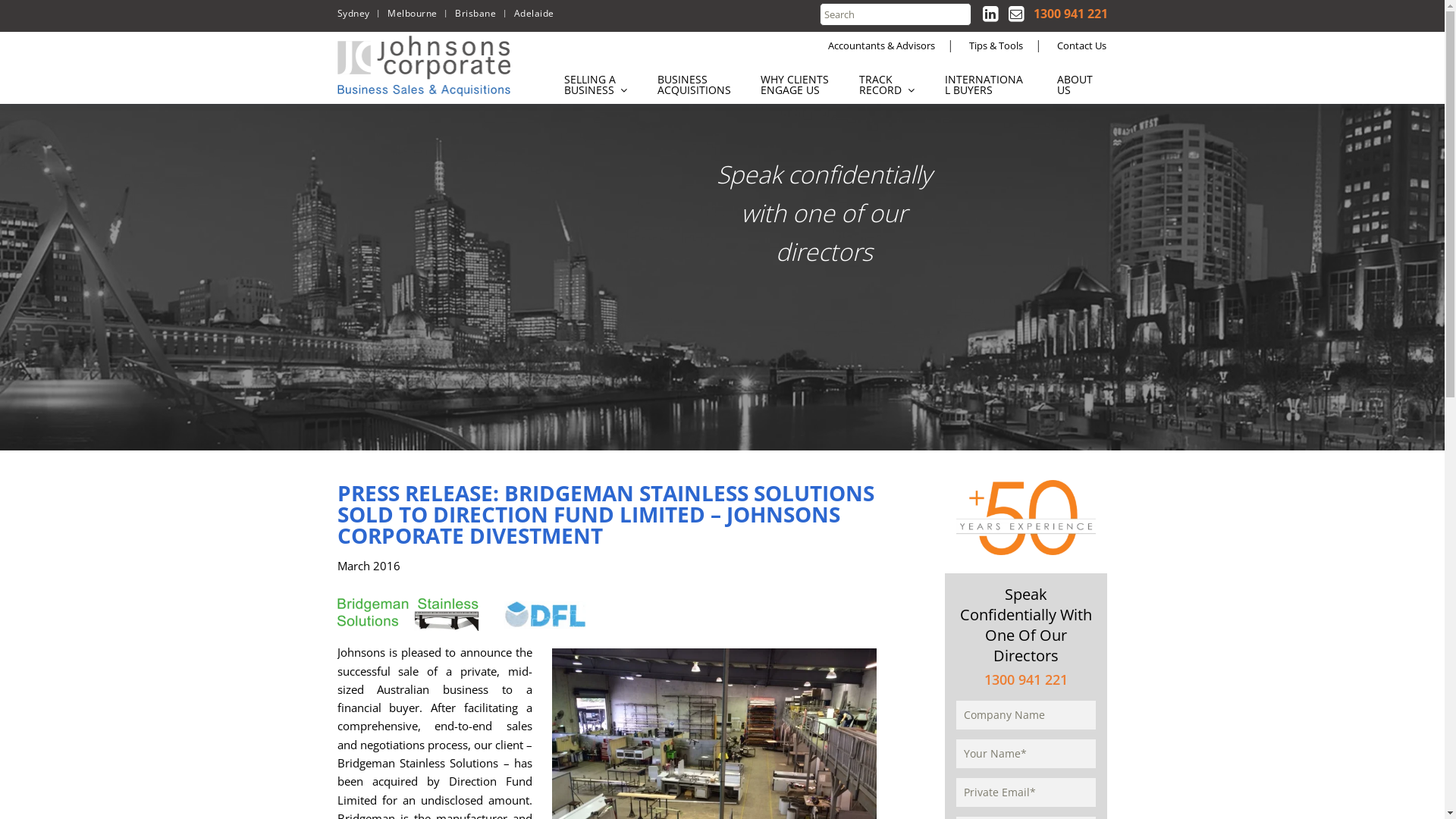 Image resolution: width=1456 pixels, height=819 pixels. Describe the element at coordinates (1082, 84) in the screenshot. I see `'ABOUT` at that location.